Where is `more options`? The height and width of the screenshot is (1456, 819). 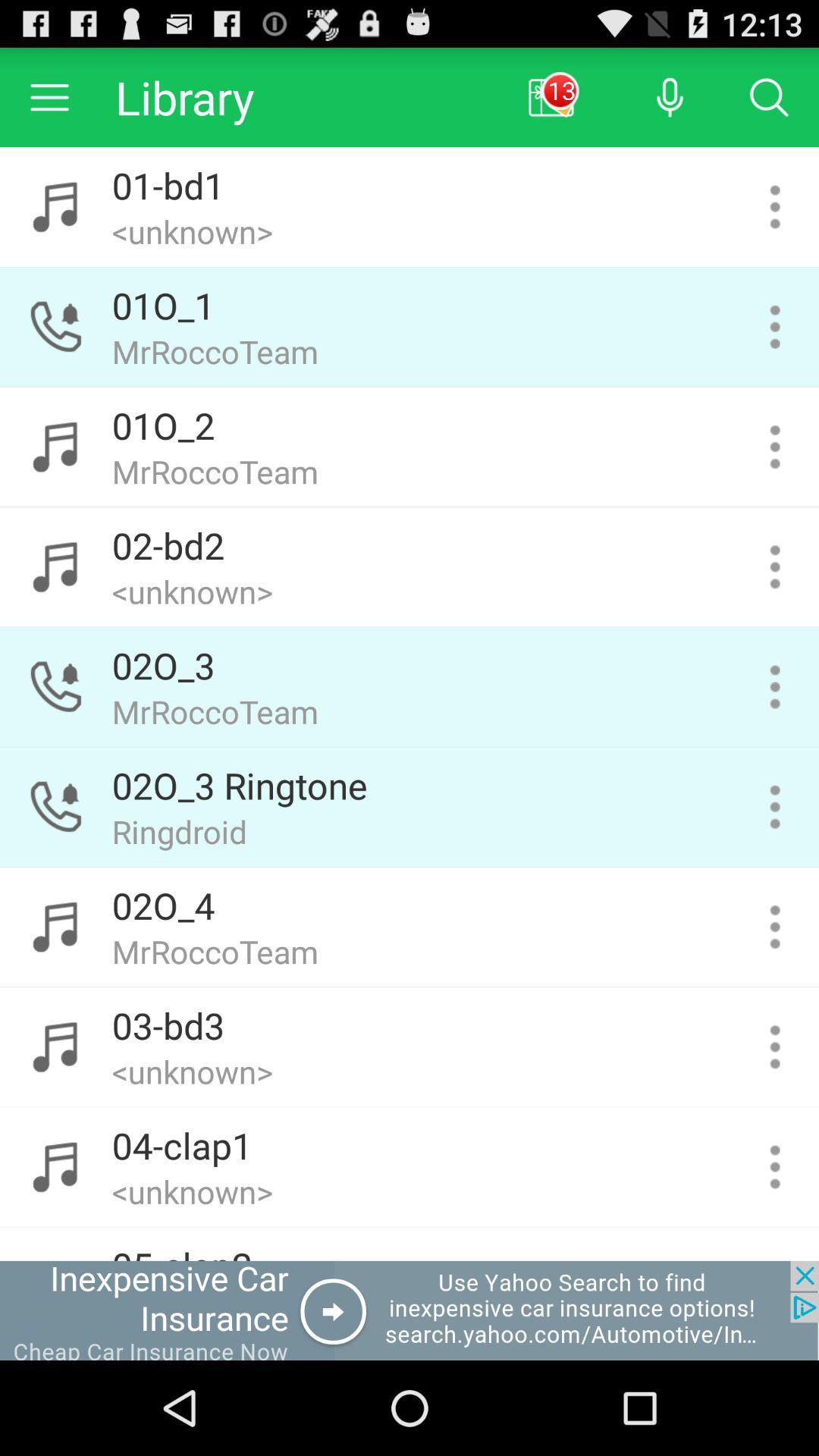 more options is located at coordinates (775, 206).